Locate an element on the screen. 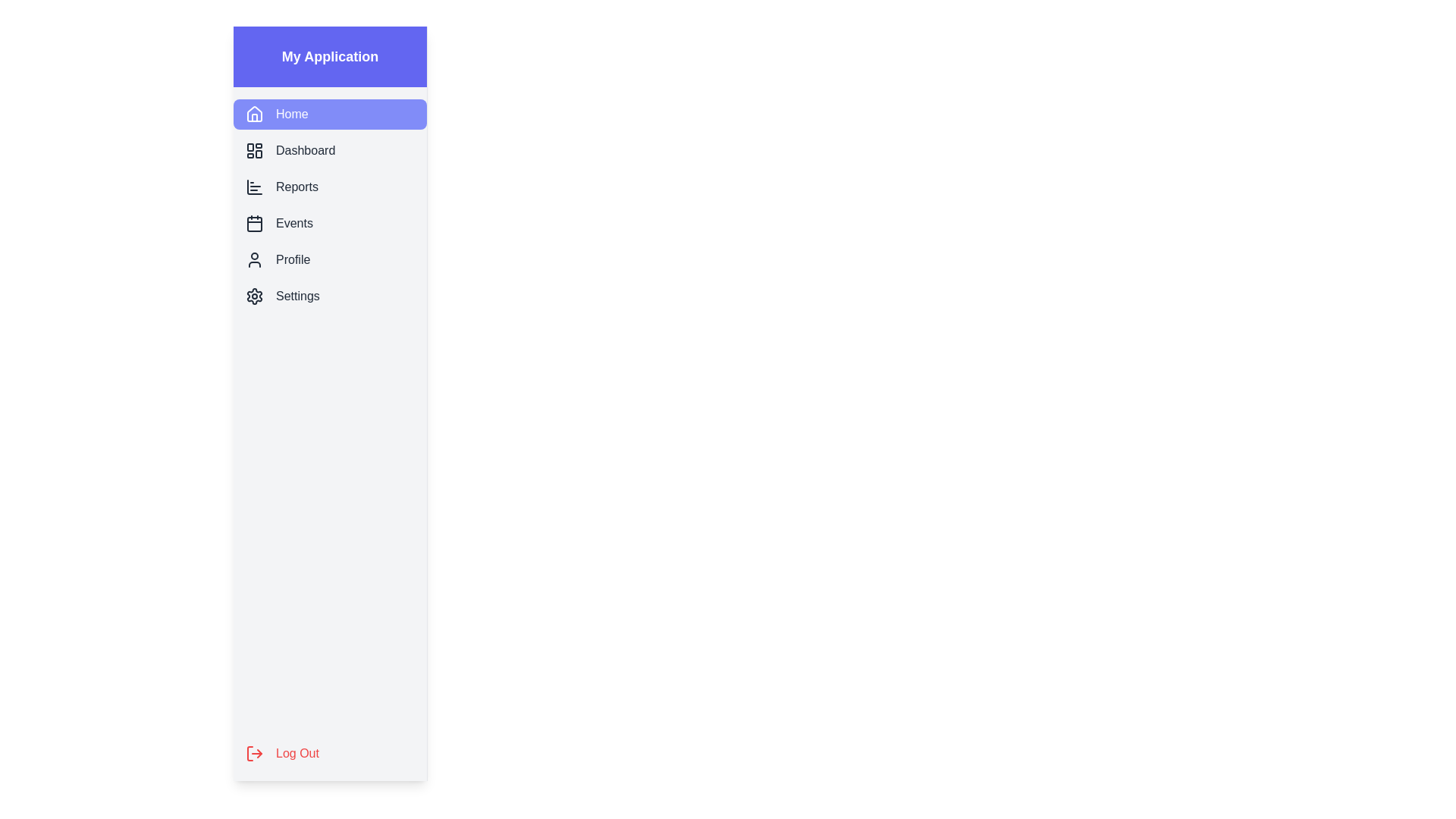 This screenshot has height=819, width=1456. the 'Reports' icon located in the vertical navigation sidebar, which is the third entry in the icon group is located at coordinates (255, 186).